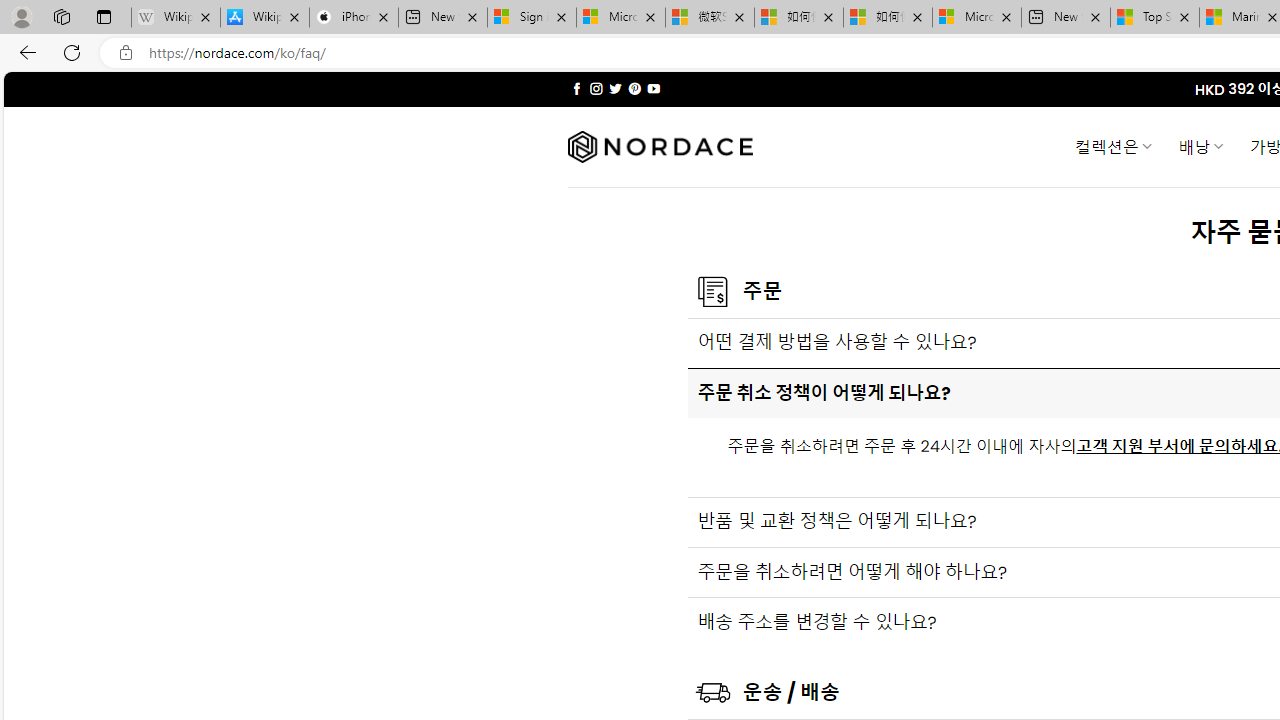 The width and height of the screenshot is (1280, 720). Describe the element at coordinates (595, 88) in the screenshot. I see `'Follow on Instagram'` at that location.